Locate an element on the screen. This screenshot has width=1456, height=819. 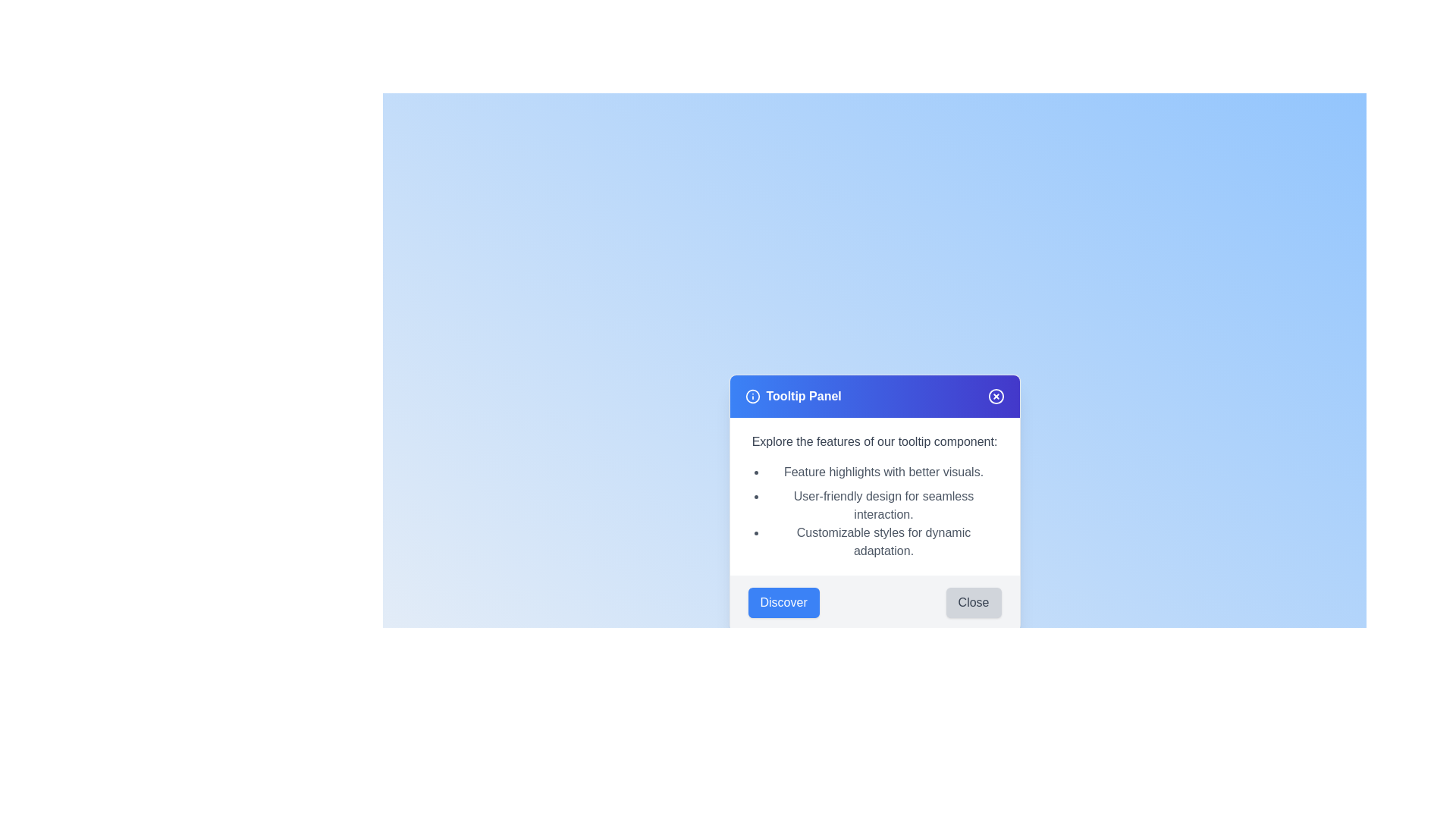
text that serves as the first item in the bulleted list below the heading 'Explore the features of our tooltip component' inside the tooltip panel is located at coordinates (883, 472).